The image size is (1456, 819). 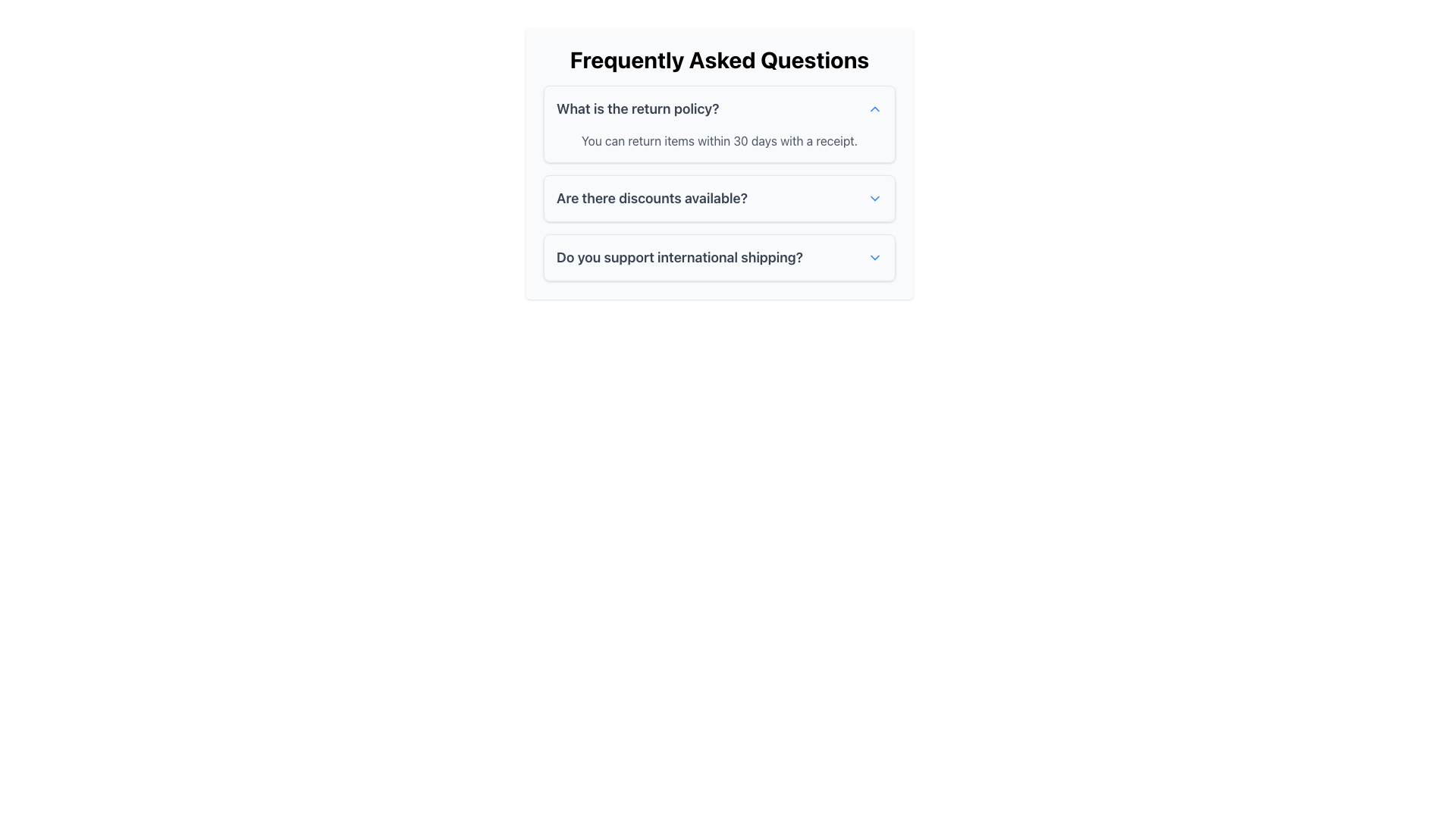 What do you see at coordinates (719, 58) in the screenshot?
I see `the bold heading displaying 'Frequently Asked Questions' at the top of the FAQ section` at bounding box center [719, 58].